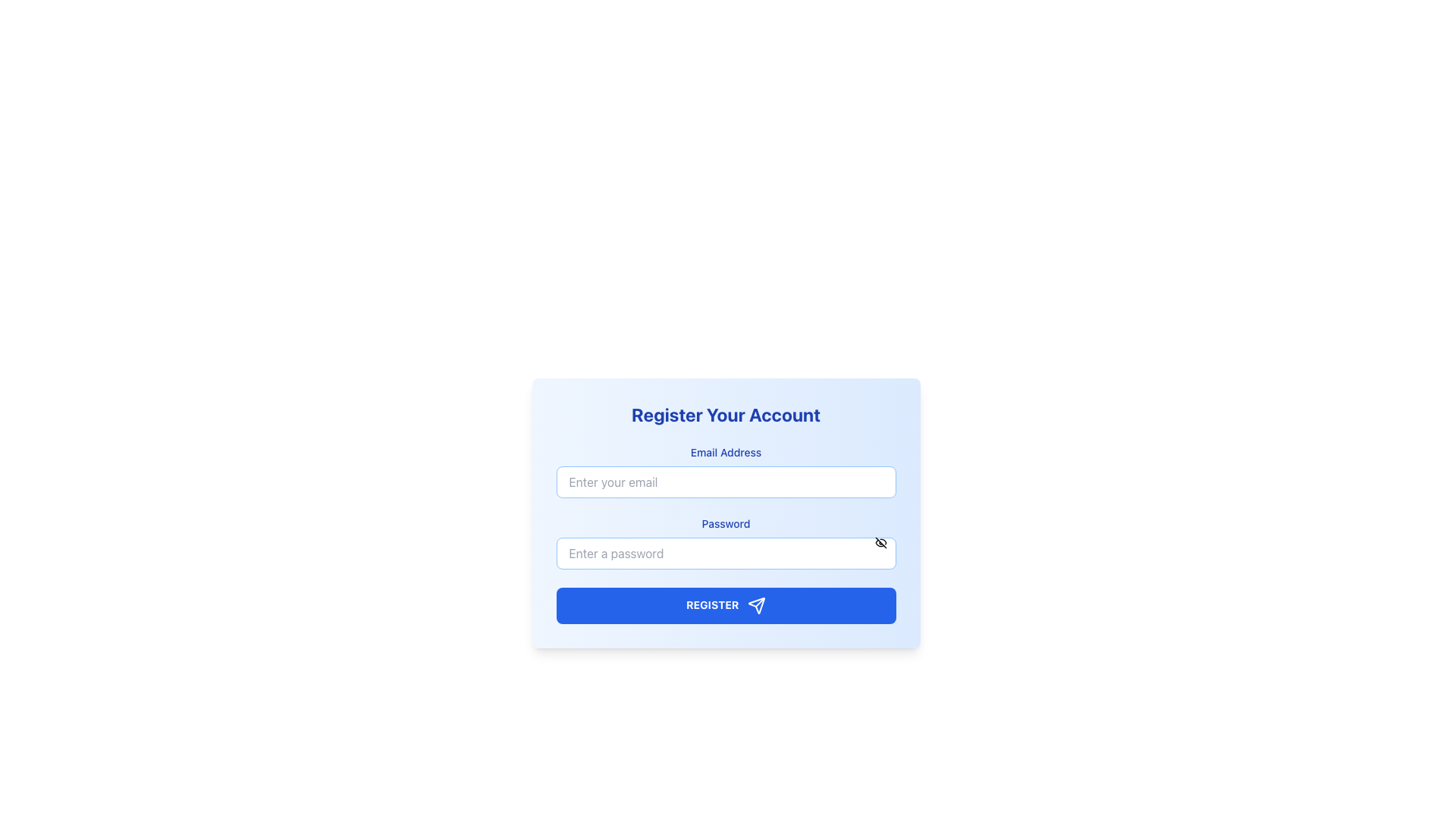 The width and height of the screenshot is (1456, 819). I want to click on the button styled with an SVG icon resembling a crossed-out eye, so click(880, 542).